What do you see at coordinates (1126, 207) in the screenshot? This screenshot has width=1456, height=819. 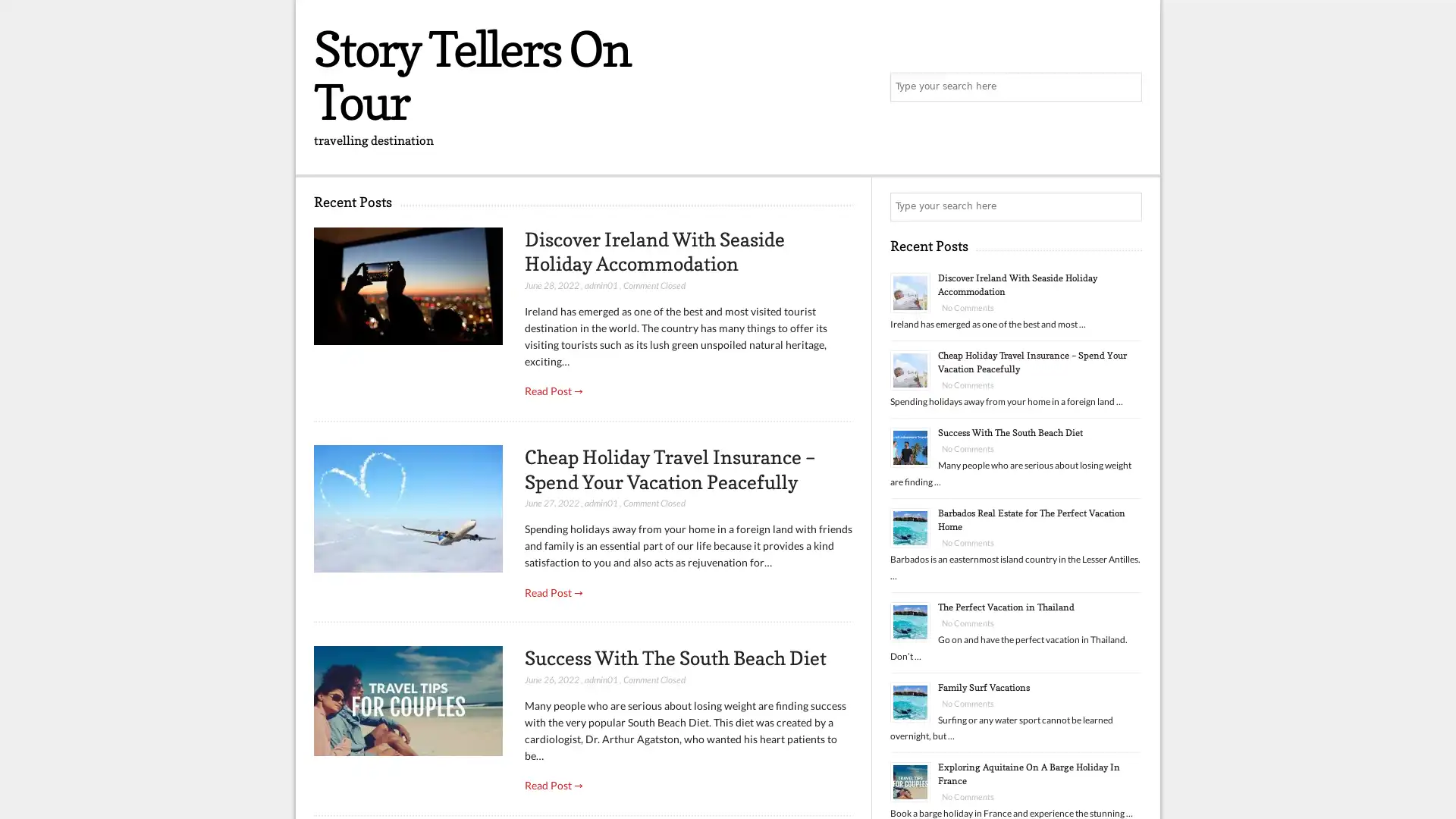 I see `Search` at bounding box center [1126, 207].